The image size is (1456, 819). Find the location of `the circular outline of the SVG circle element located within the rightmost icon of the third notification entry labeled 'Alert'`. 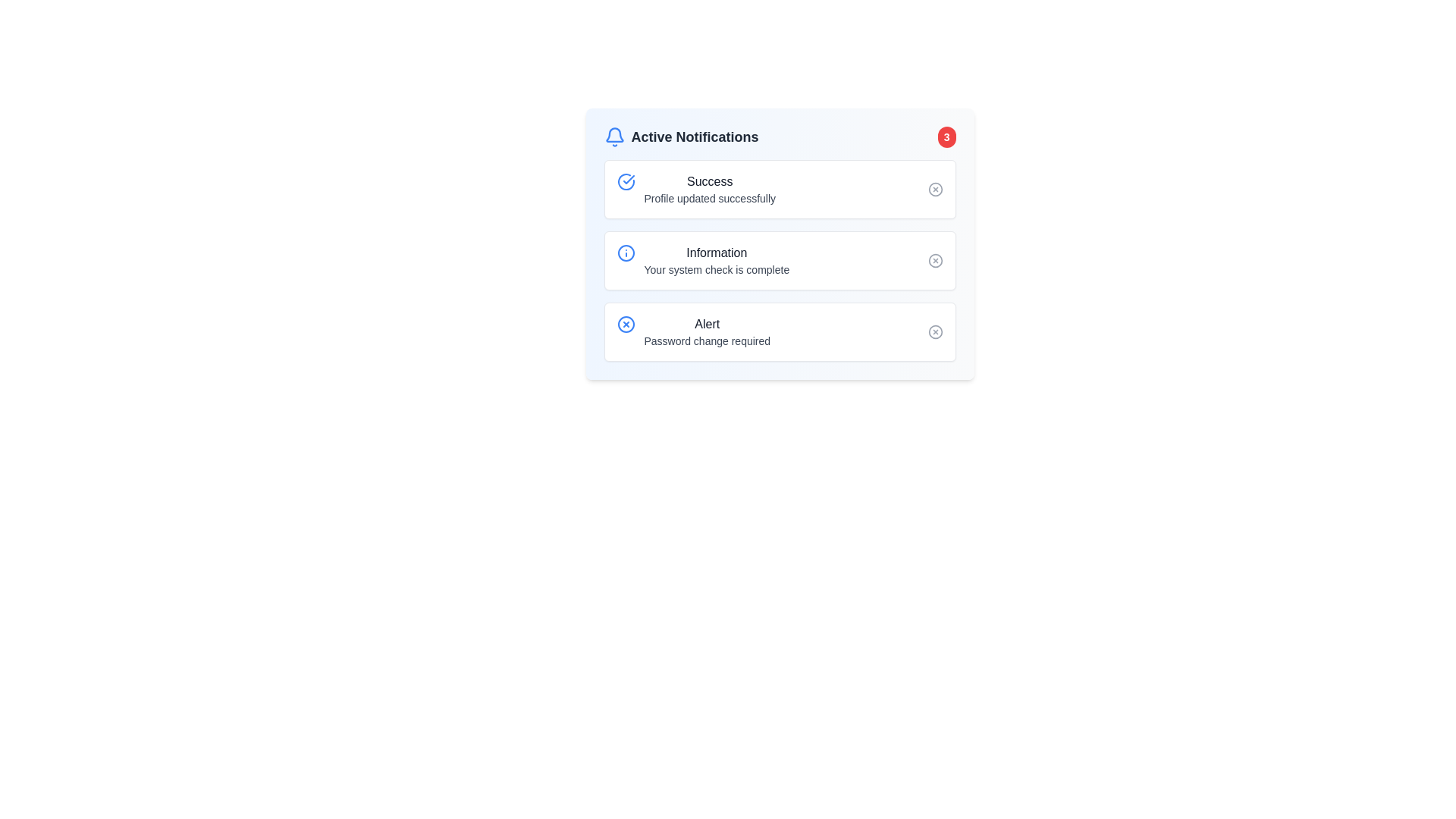

the circular outline of the SVG circle element located within the rightmost icon of the third notification entry labeled 'Alert' is located at coordinates (934, 331).